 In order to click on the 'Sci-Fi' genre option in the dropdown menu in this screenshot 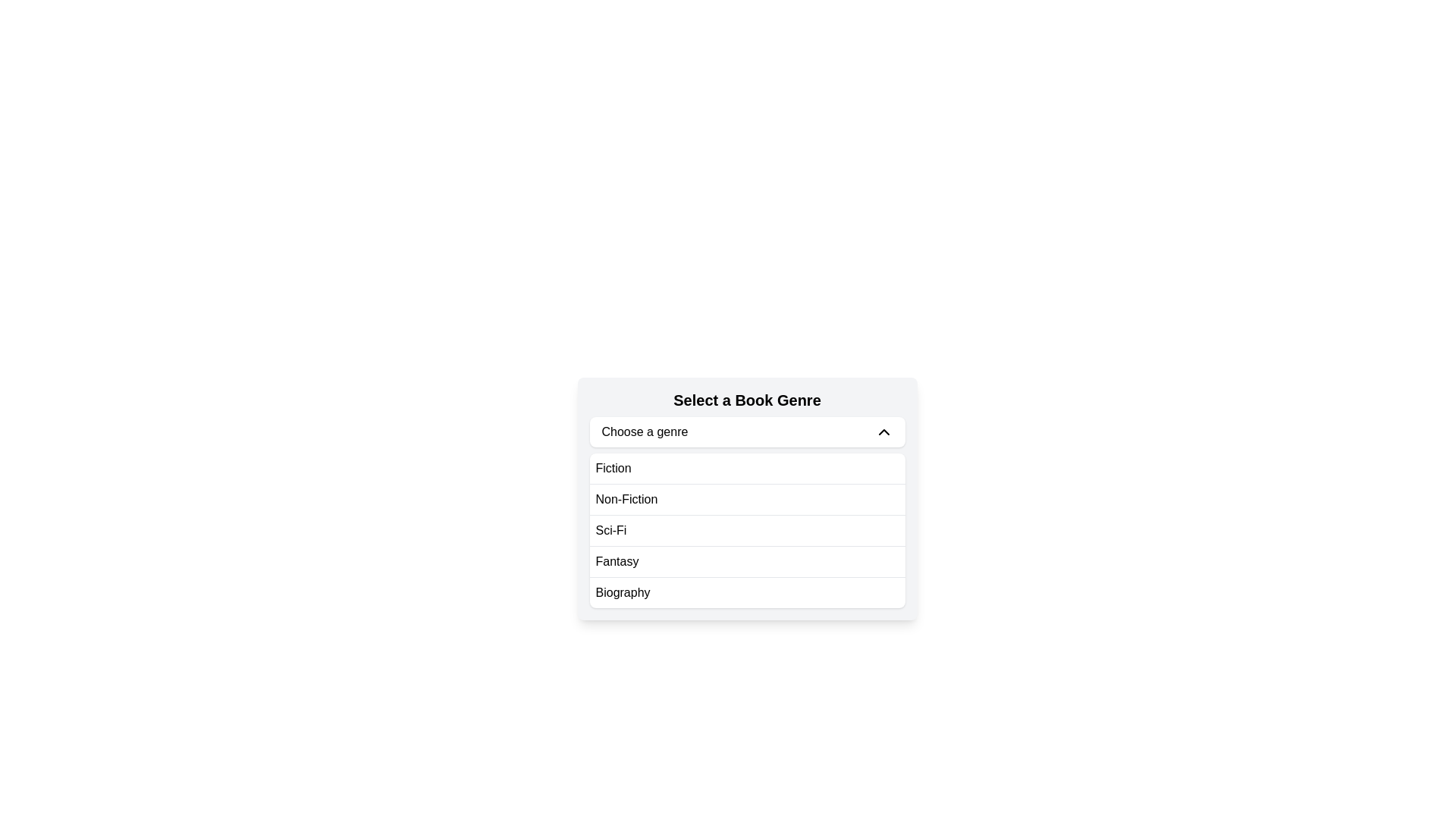, I will do `click(611, 529)`.